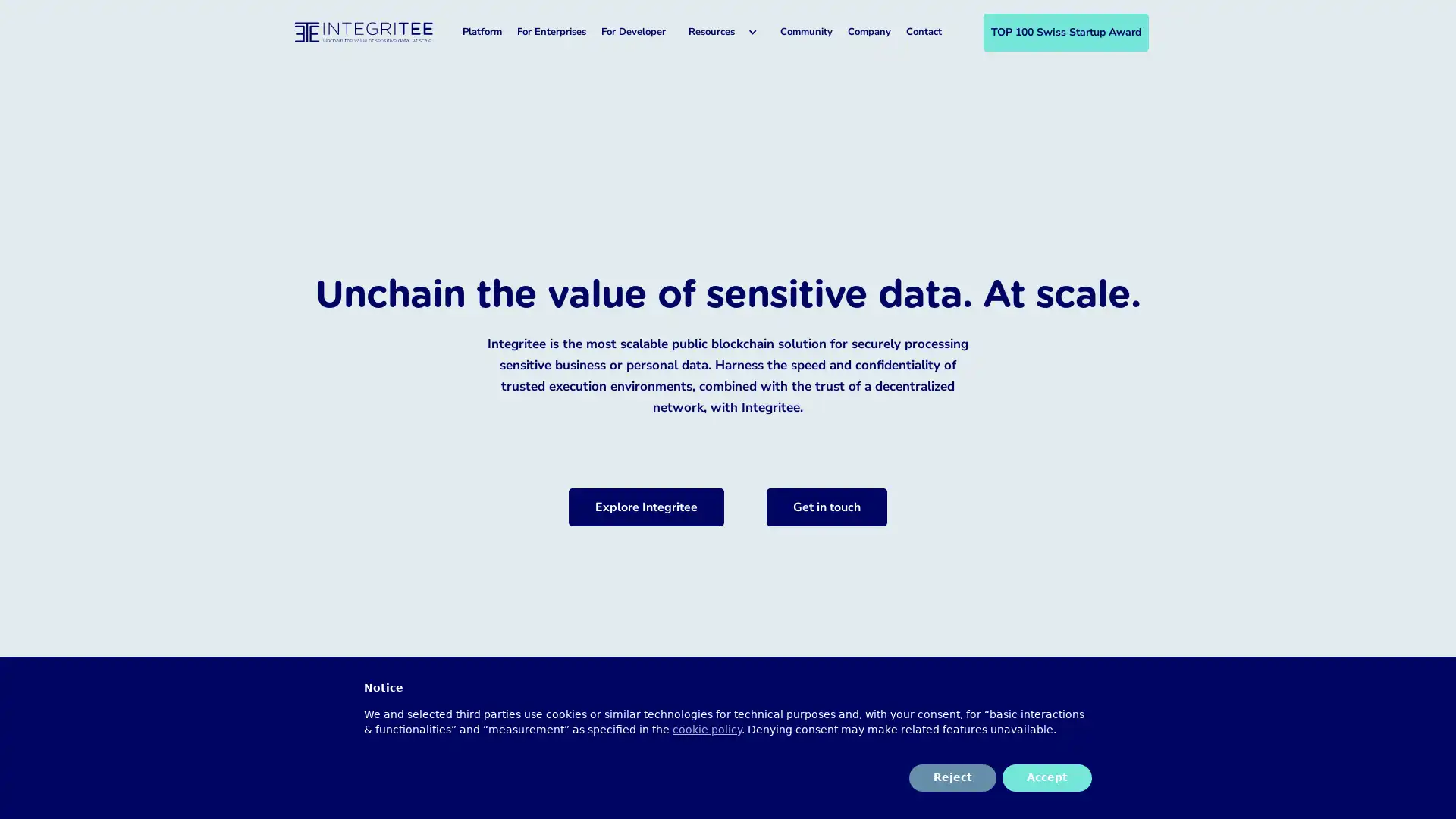 The height and width of the screenshot is (819, 1456). Describe the element at coordinates (952, 778) in the screenshot. I see `Reject` at that location.